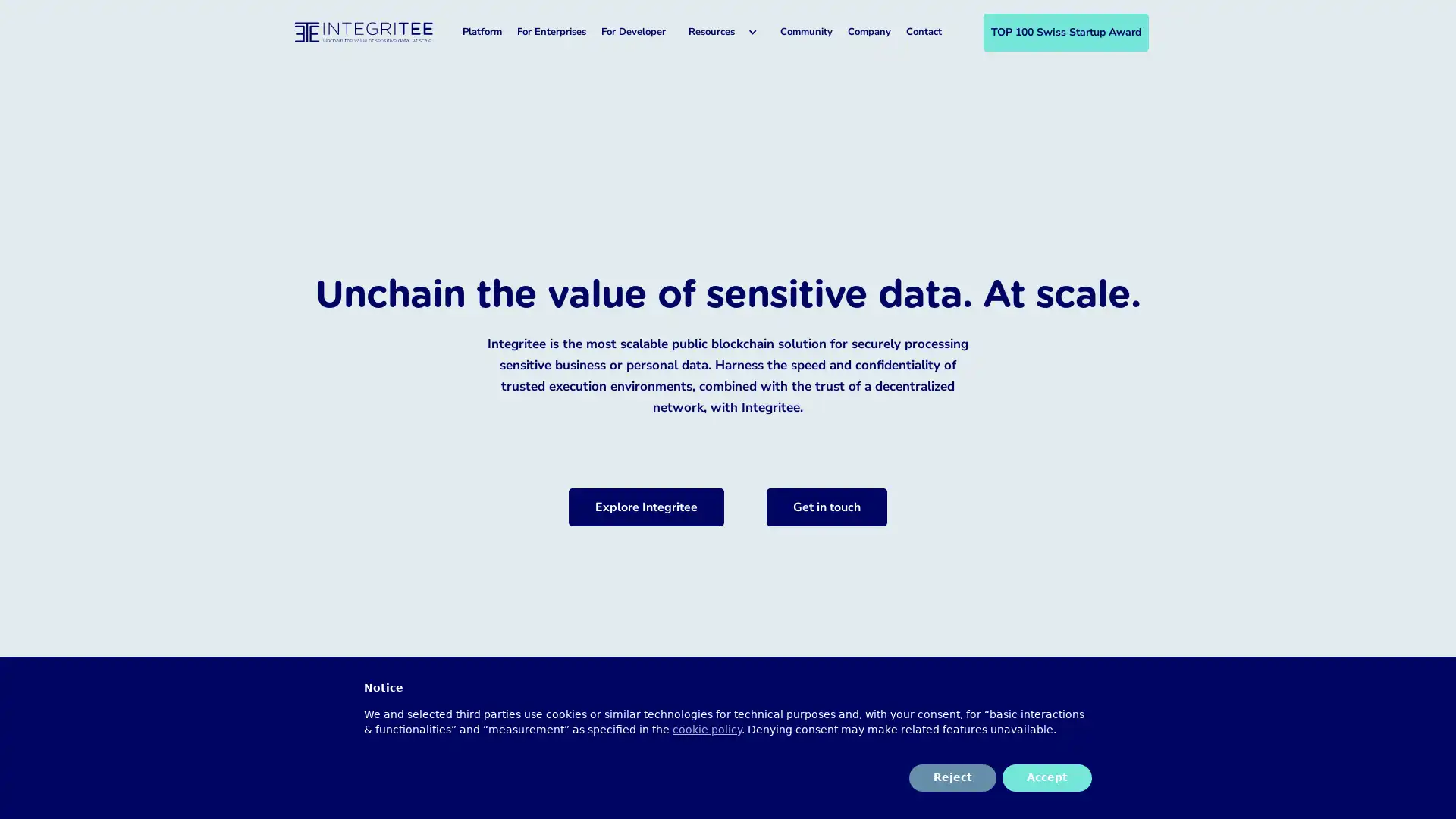 The height and width of the screenshot is (819, 1456). Describe the element at coordinates (952, 778) in the screenshot. I see `Reject` at that location.